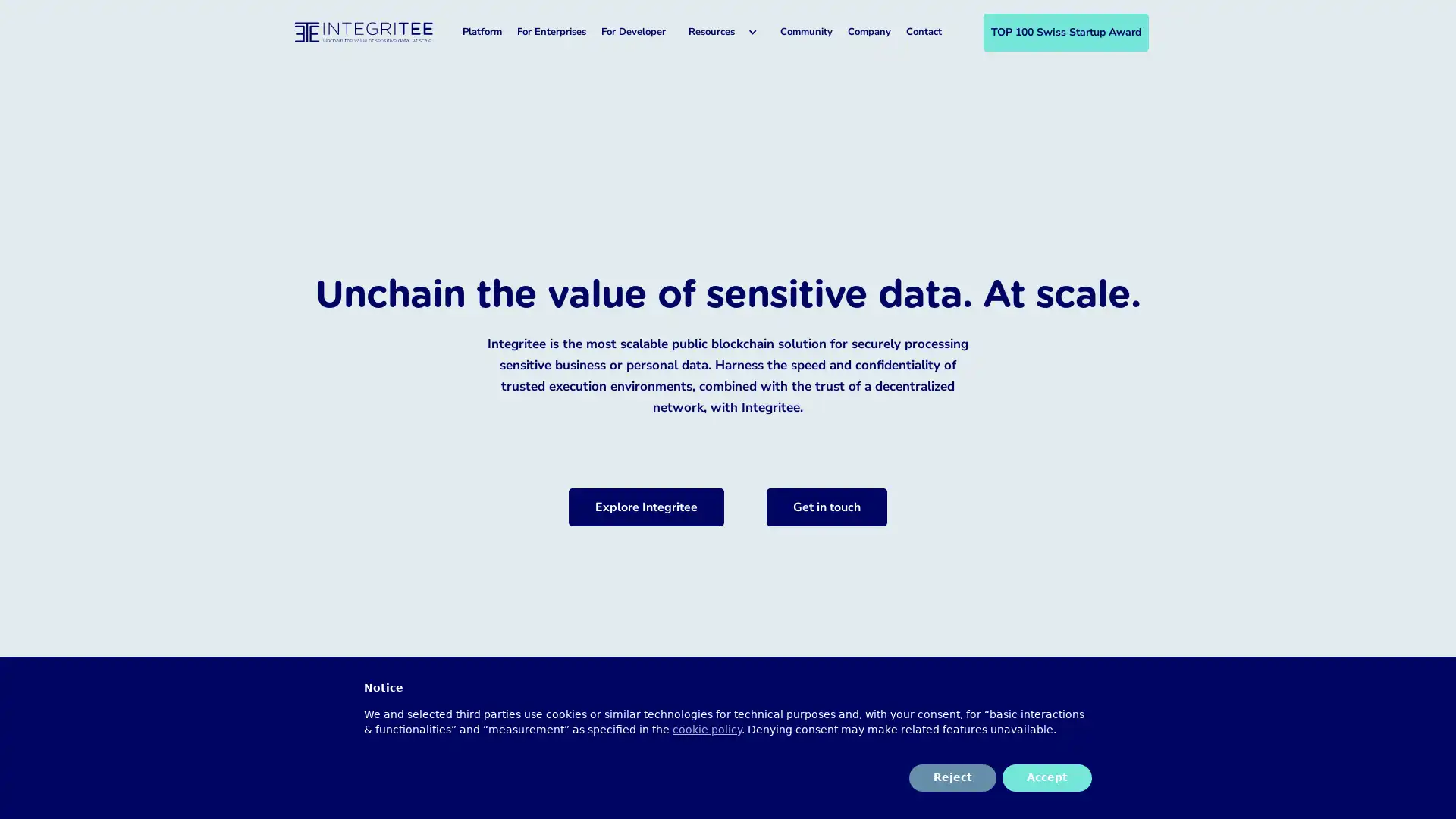 The height and width of the screenshot is (819, 1456). Describe the element at coordinates (952, 778) in the screenshot. I see `Reject` at that location.